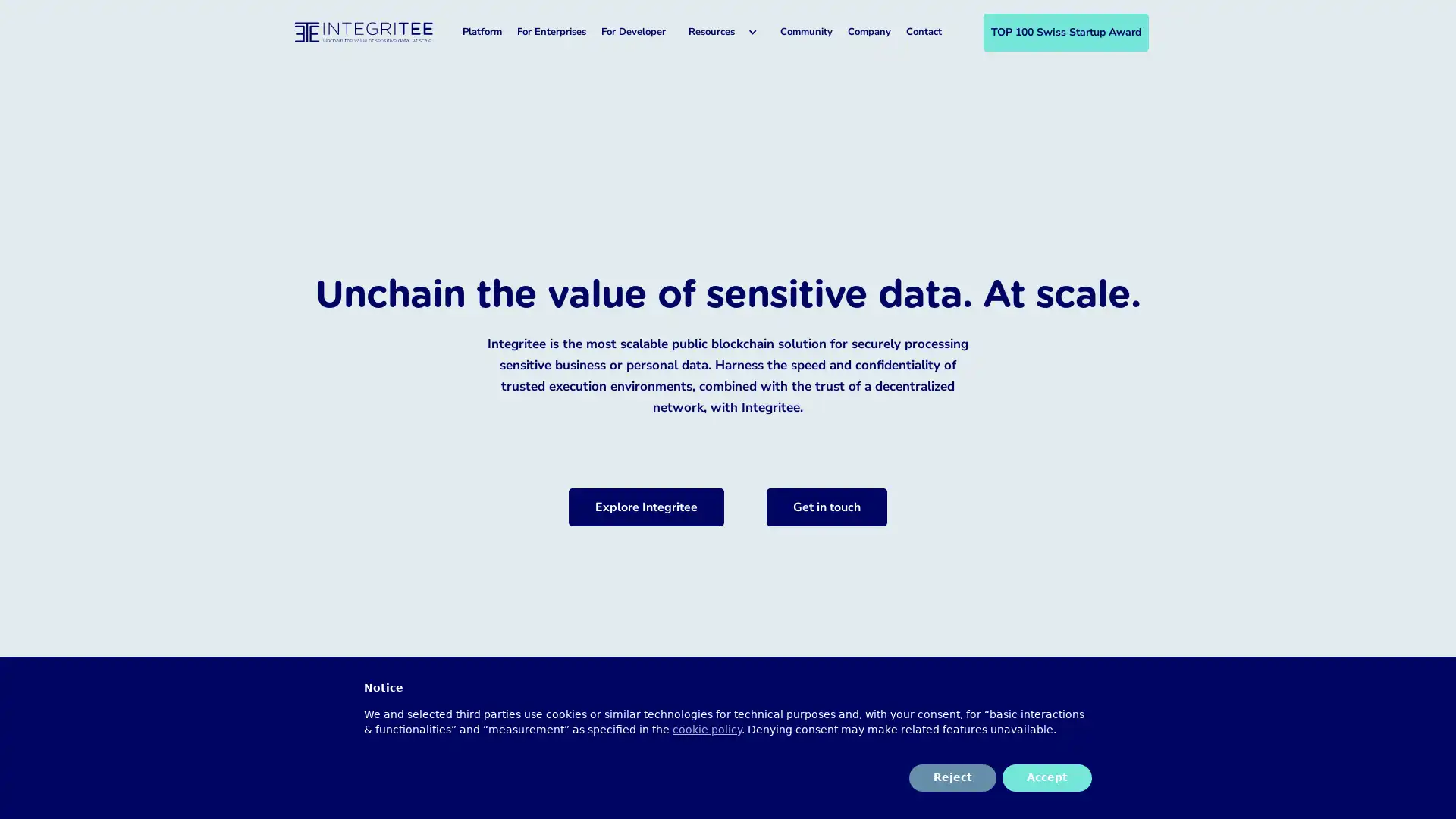 The height and width of the screenshot is (819, 1456). Describe the element at coordinates (952, 778) in the screenshot. I see `Reject` at that location.